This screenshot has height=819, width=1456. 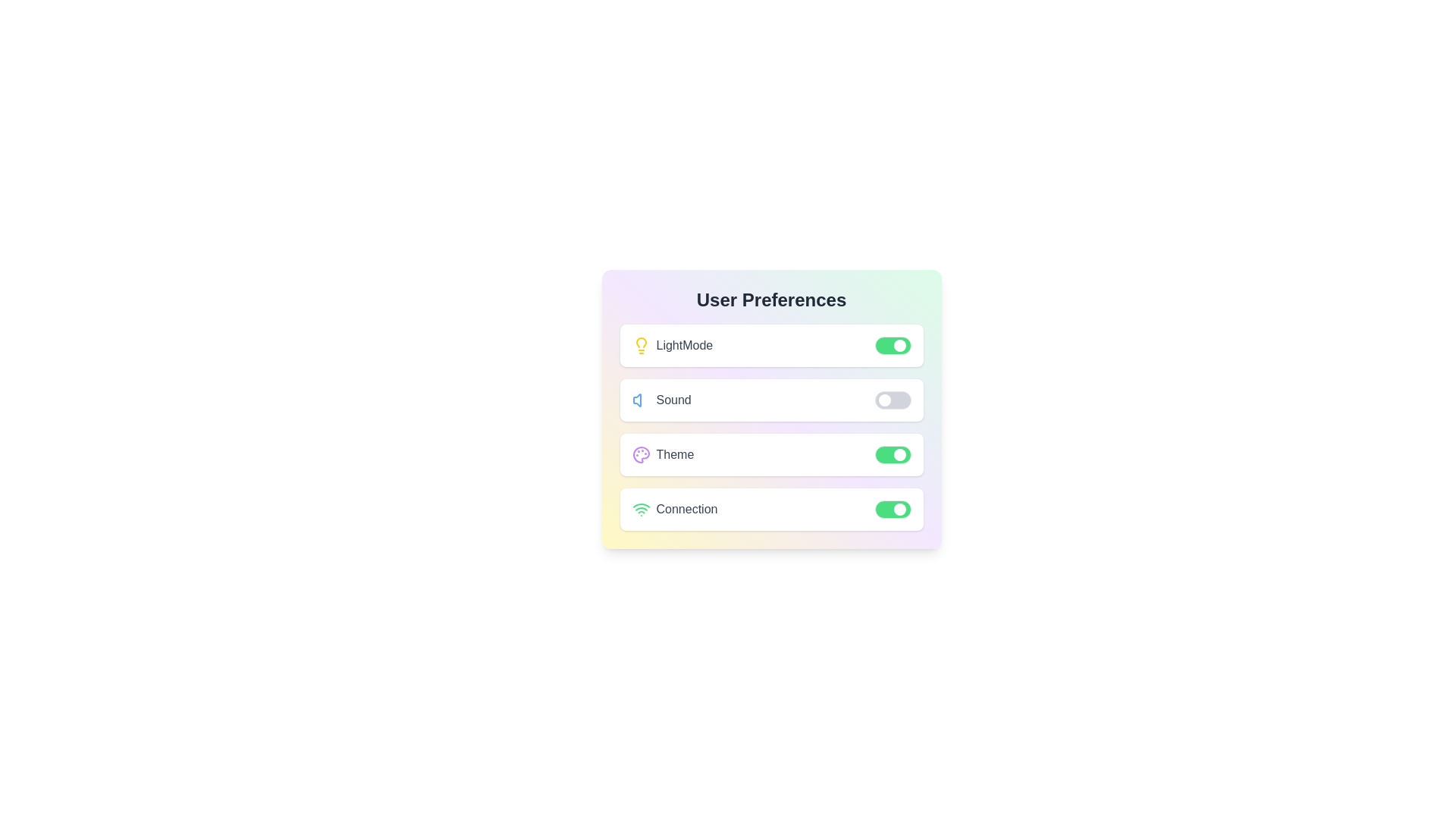 What do you see at coordinates (641, 345) in the screenshot?
I see `the style of the 'Light Mode' icon located at the first position in the preferences section, which is visually represented and has the text 'LightMode' to its right` at bounding box center [641, 345].